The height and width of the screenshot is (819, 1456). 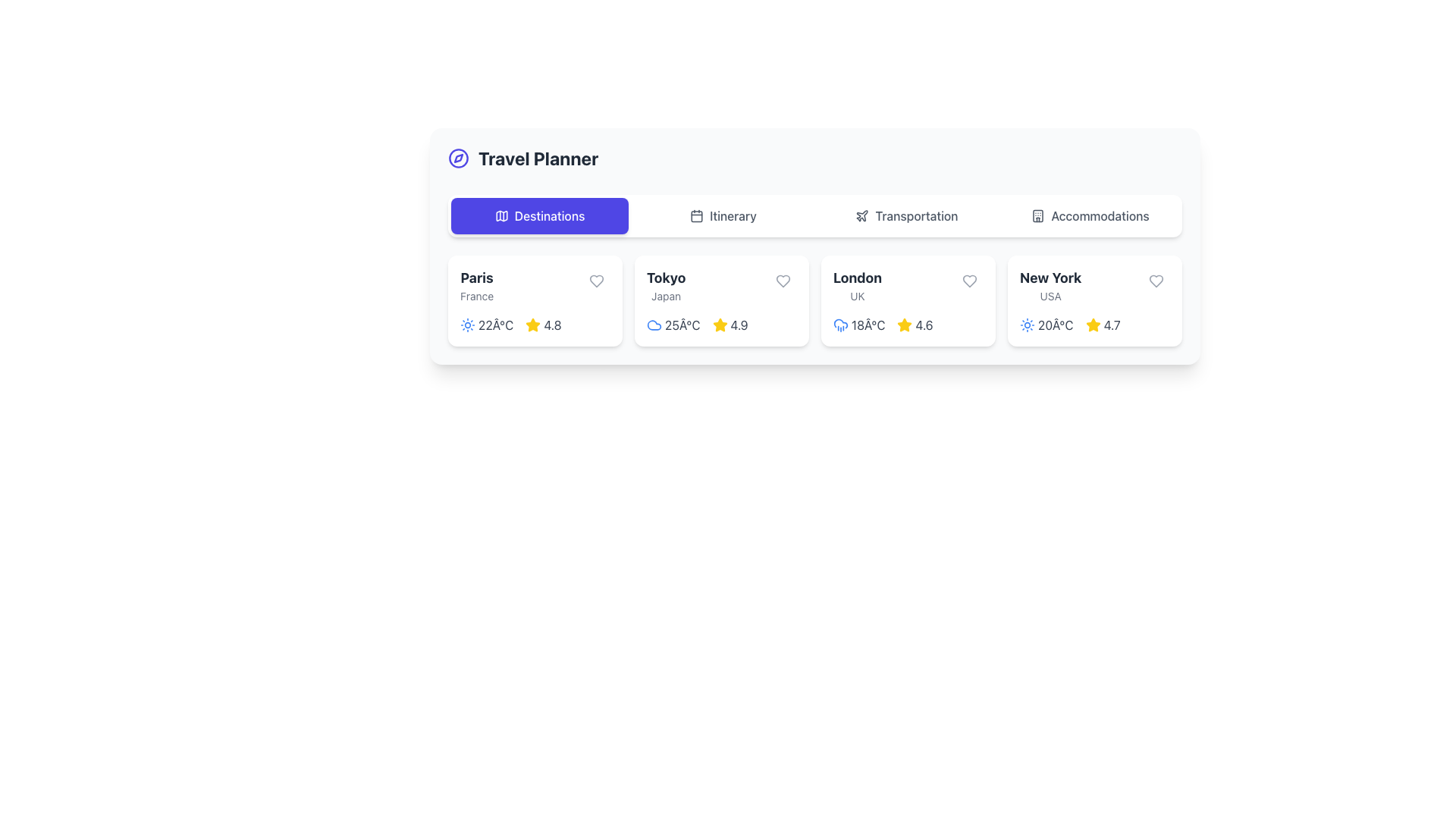 I want to click on the compass-shaped icon with an indigo-colored stroke that is located to the left of the 'Travel Planner' text in the heading block, so click(x=457, y=158).